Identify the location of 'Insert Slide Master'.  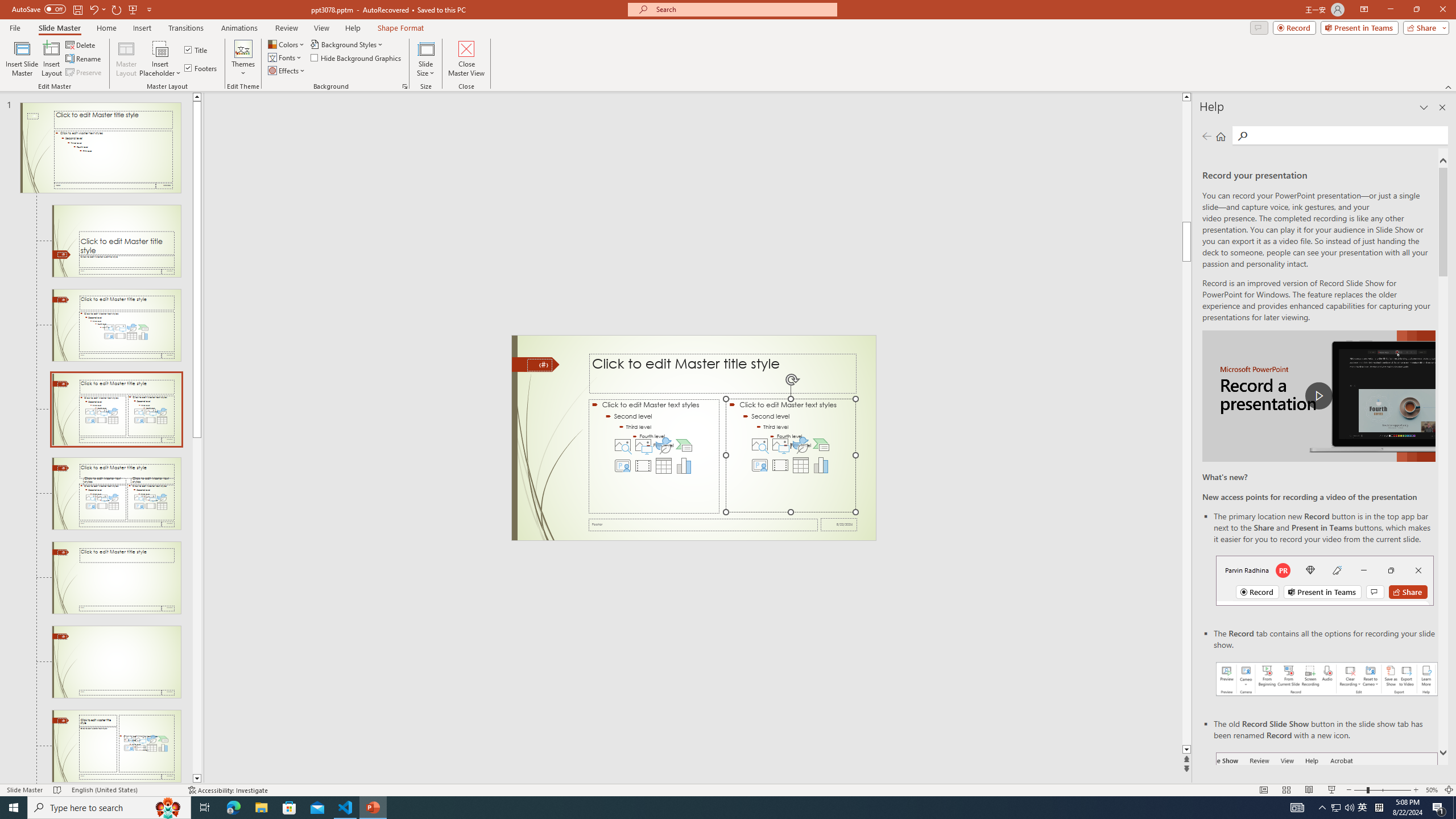
(21, 59).